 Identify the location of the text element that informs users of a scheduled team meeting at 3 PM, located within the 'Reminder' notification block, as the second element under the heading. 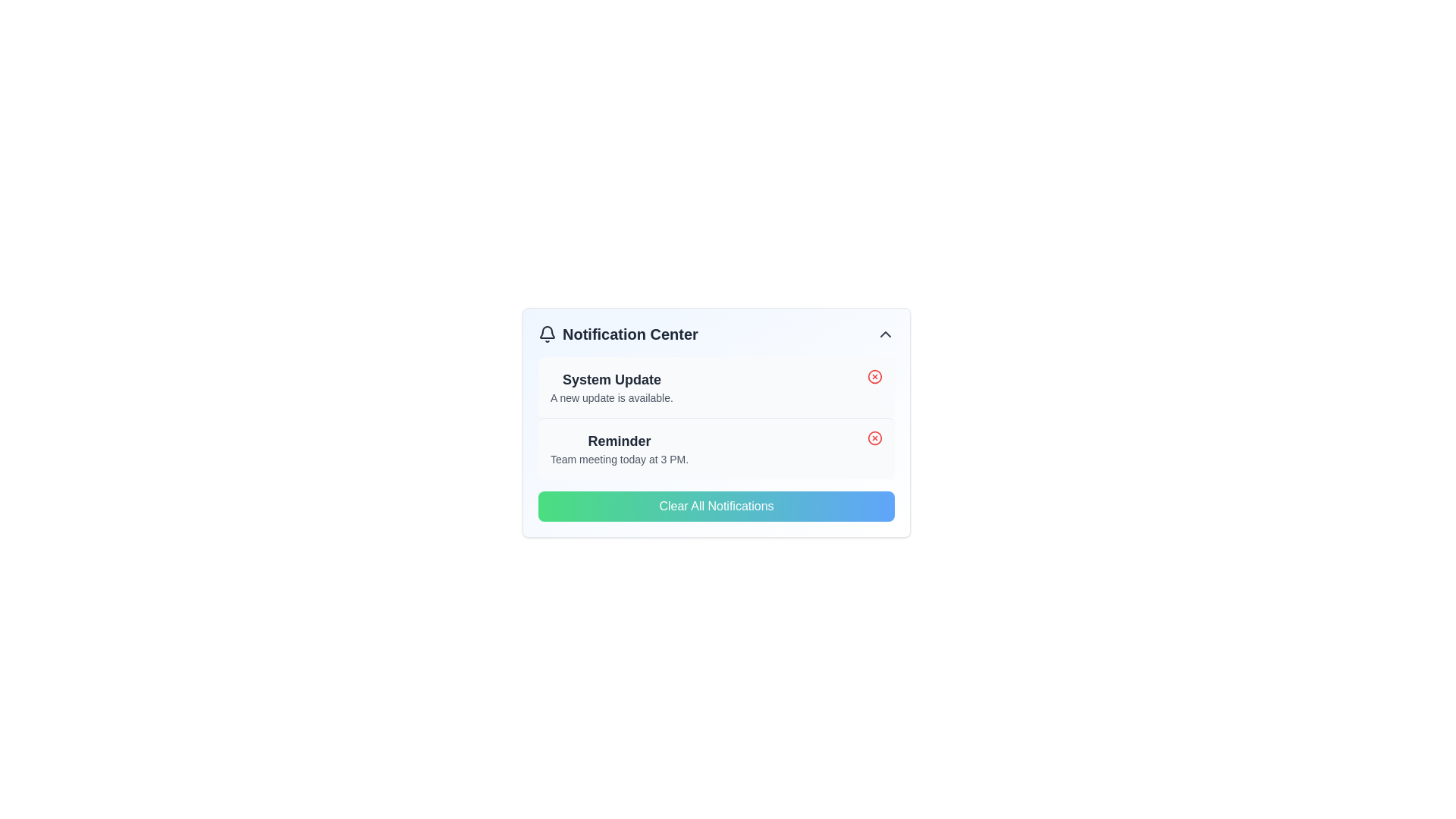
(619, 458).